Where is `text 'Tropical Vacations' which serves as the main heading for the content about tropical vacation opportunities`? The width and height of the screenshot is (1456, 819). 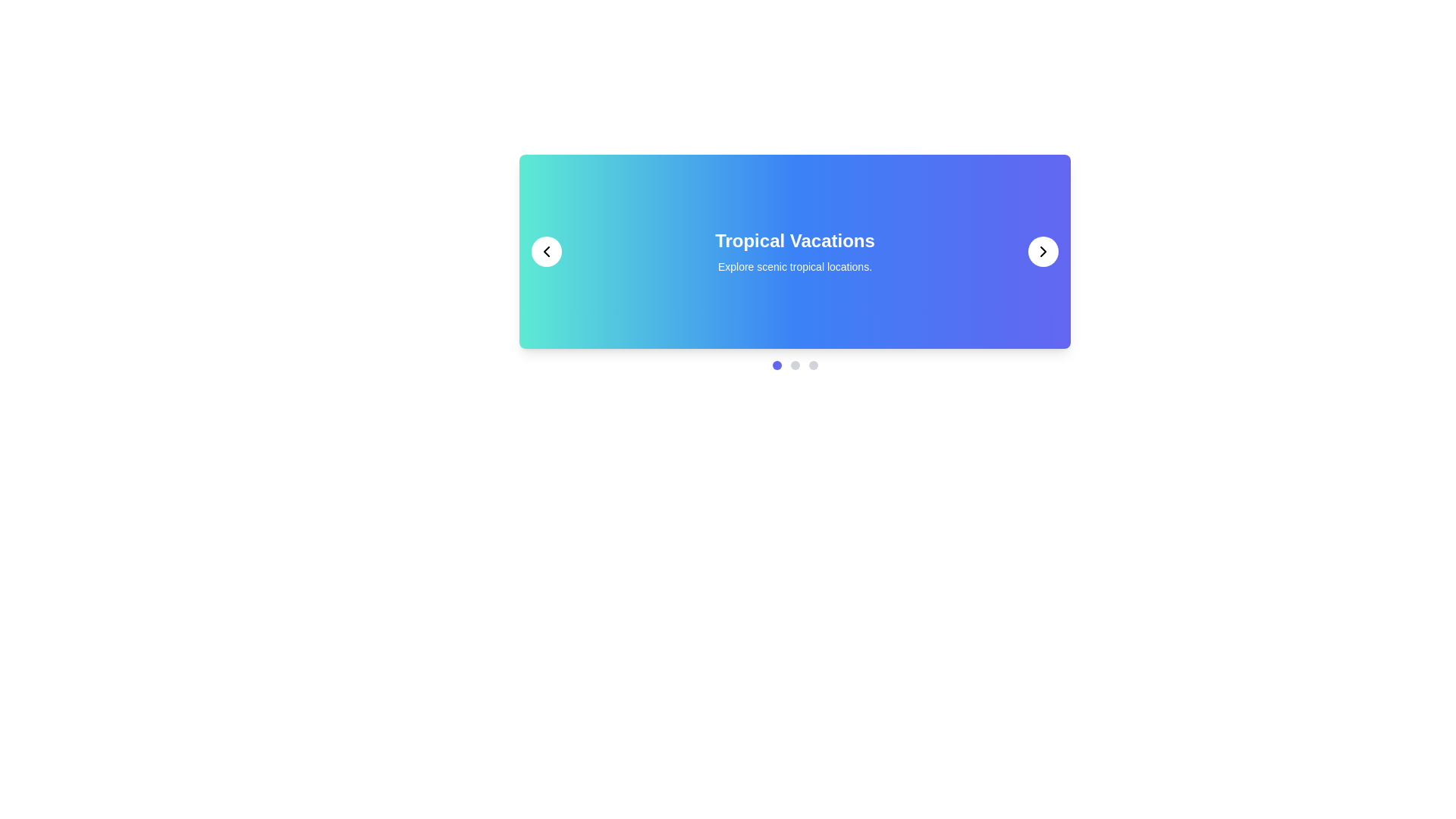
text 'Tropical Vacations' which serves as the main heading for the content about tropical vacation opportunities is located at coordinates (794, 240).